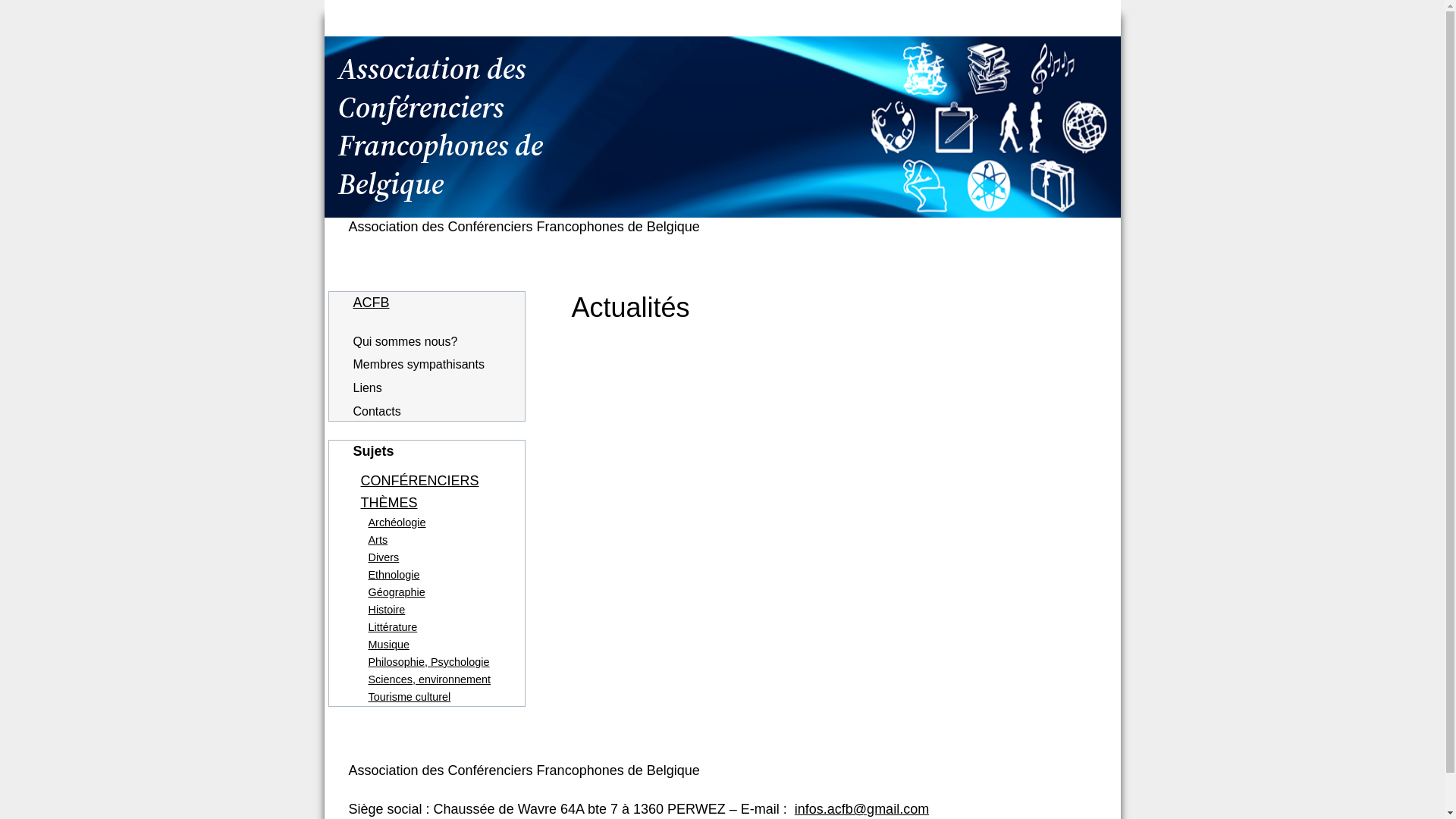 The width and height of the screenshot is (1456, 819). What do you see at coordinates (405, 342) in the screenshot?
I see `'Qui sommes nous?'` at bounding box center [405, 342].